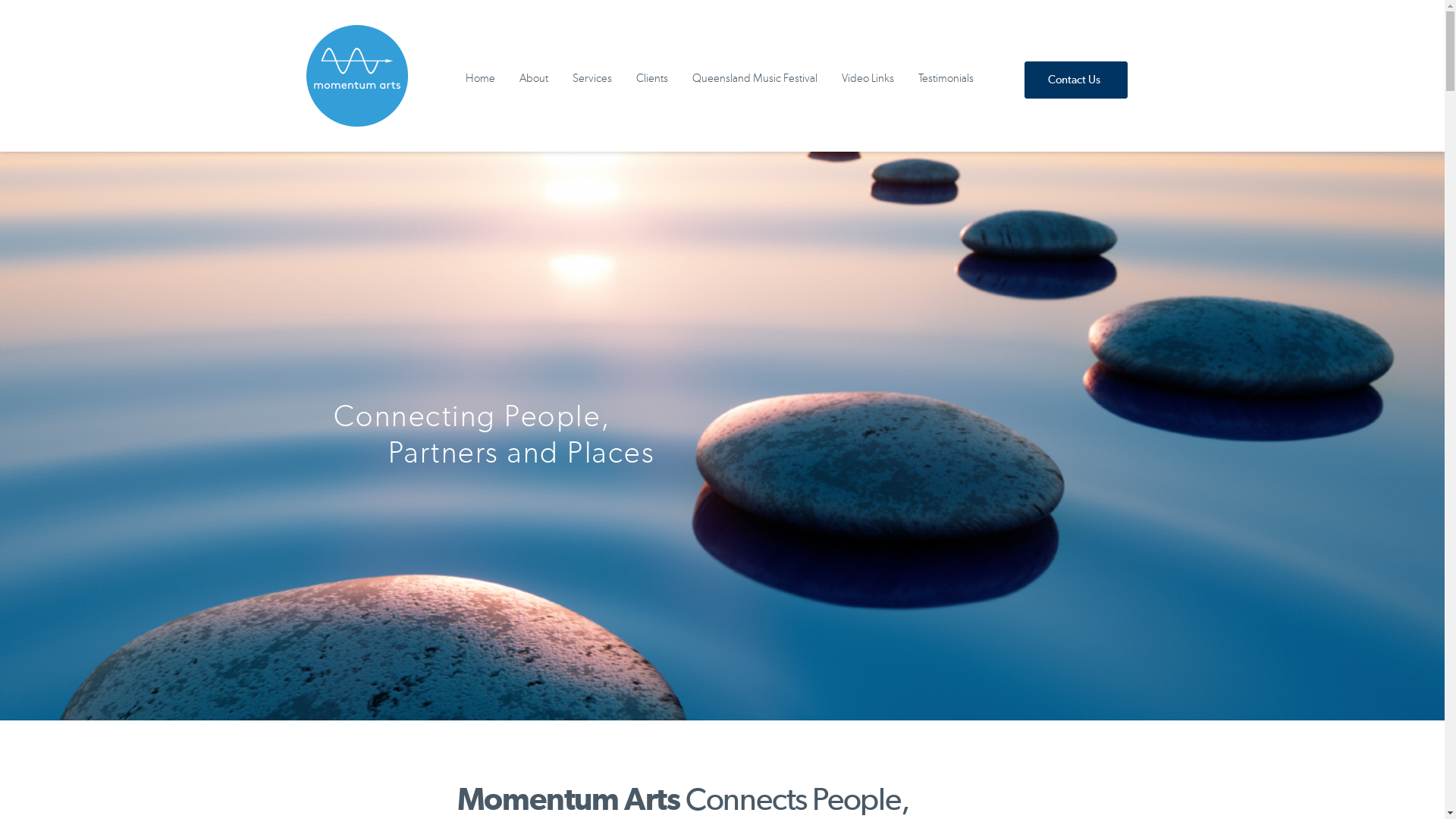 This screenshot has height=819, width=1456. Describe the element at coordinates (591, 79) in the screenshot. I see `'Services'` at that location.